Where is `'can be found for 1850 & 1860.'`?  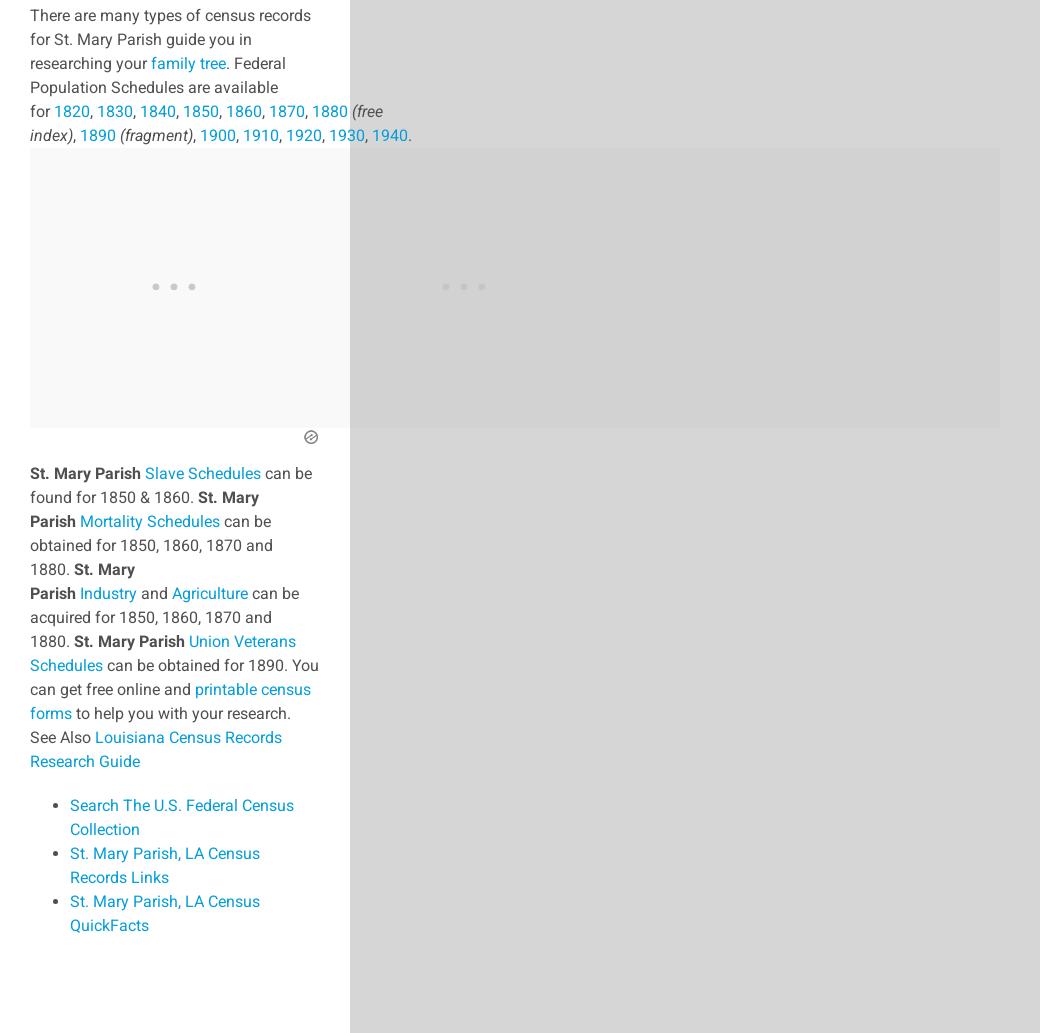 'can be found for 1850 & 1860.' is located at coordinates (28, 484).